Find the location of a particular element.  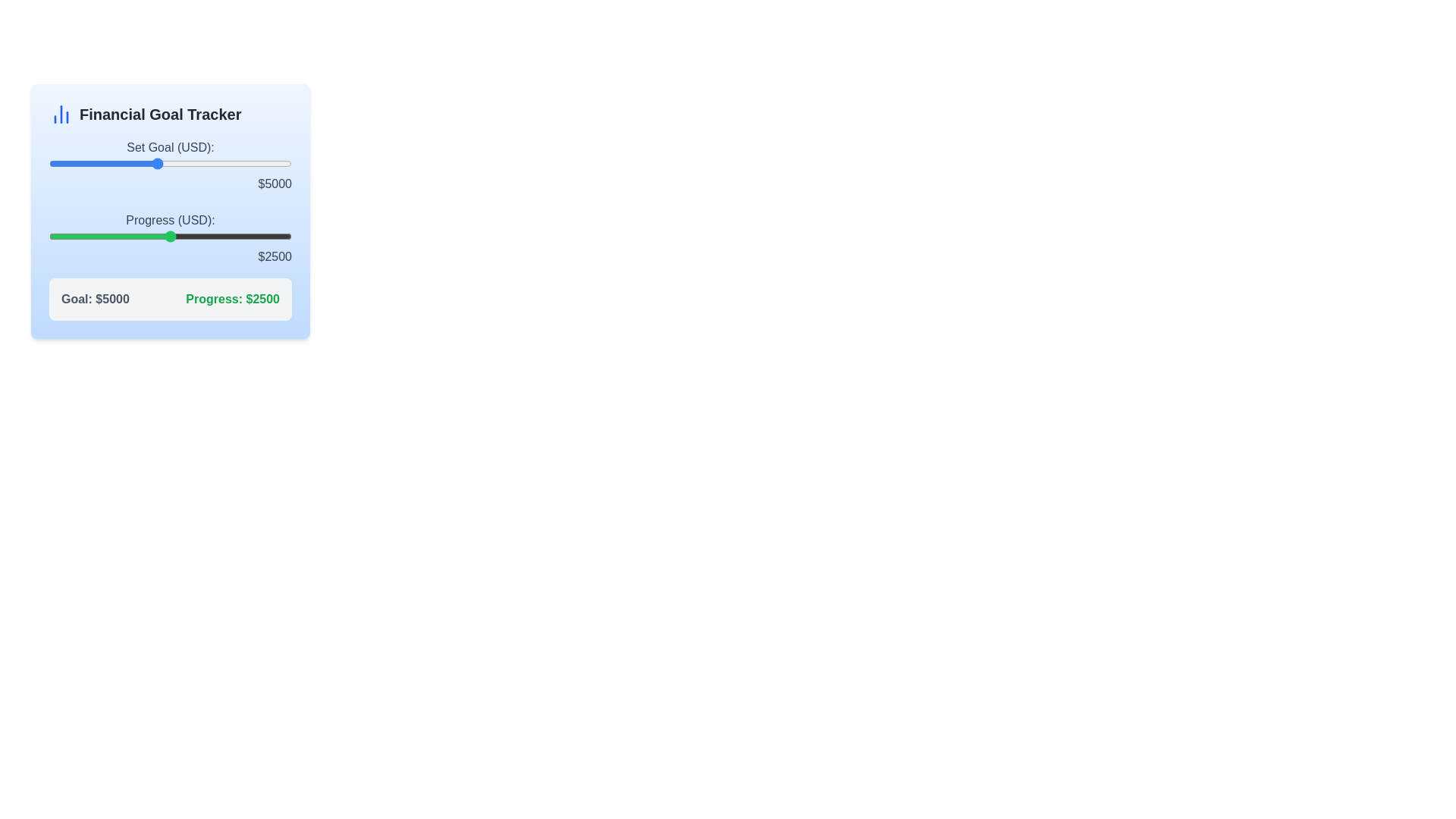

the progress slider to 2509 USD is located at coordinates (171, 237).